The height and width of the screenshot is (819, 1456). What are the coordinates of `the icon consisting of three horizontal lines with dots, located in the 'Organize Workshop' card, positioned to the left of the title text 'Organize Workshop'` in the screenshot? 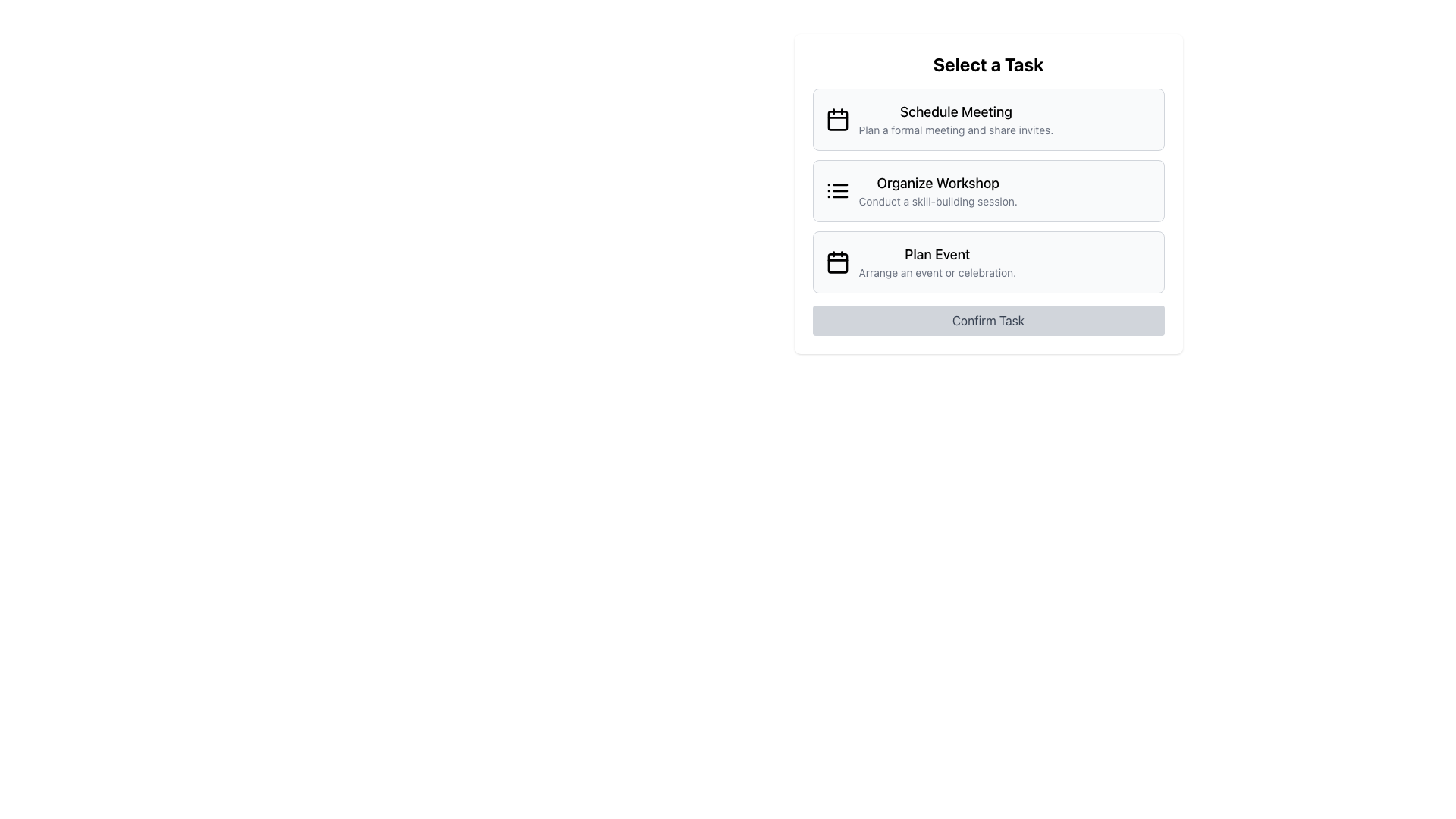 It's located at (836, 190).